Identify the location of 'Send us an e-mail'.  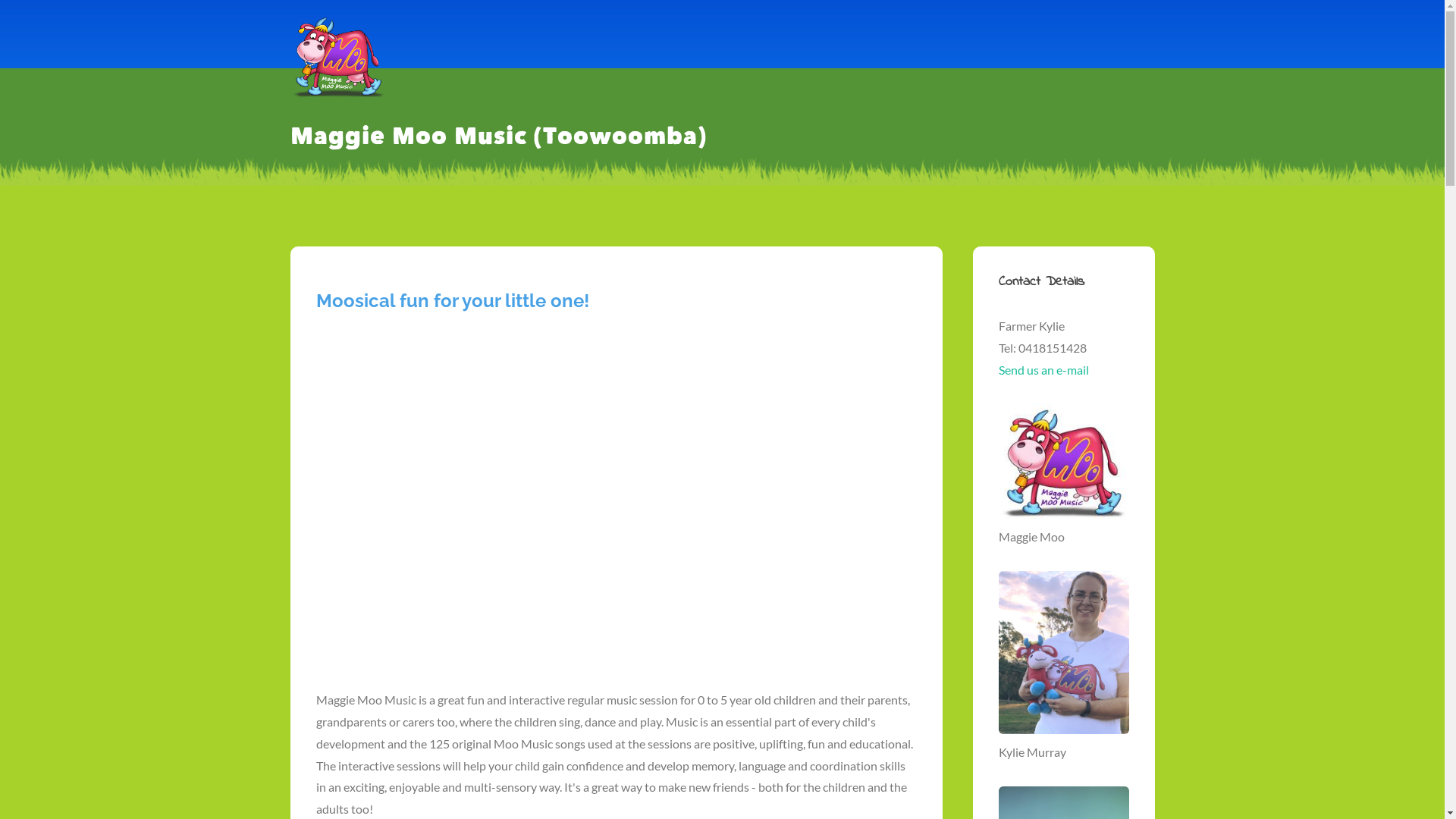
(1042, 369).